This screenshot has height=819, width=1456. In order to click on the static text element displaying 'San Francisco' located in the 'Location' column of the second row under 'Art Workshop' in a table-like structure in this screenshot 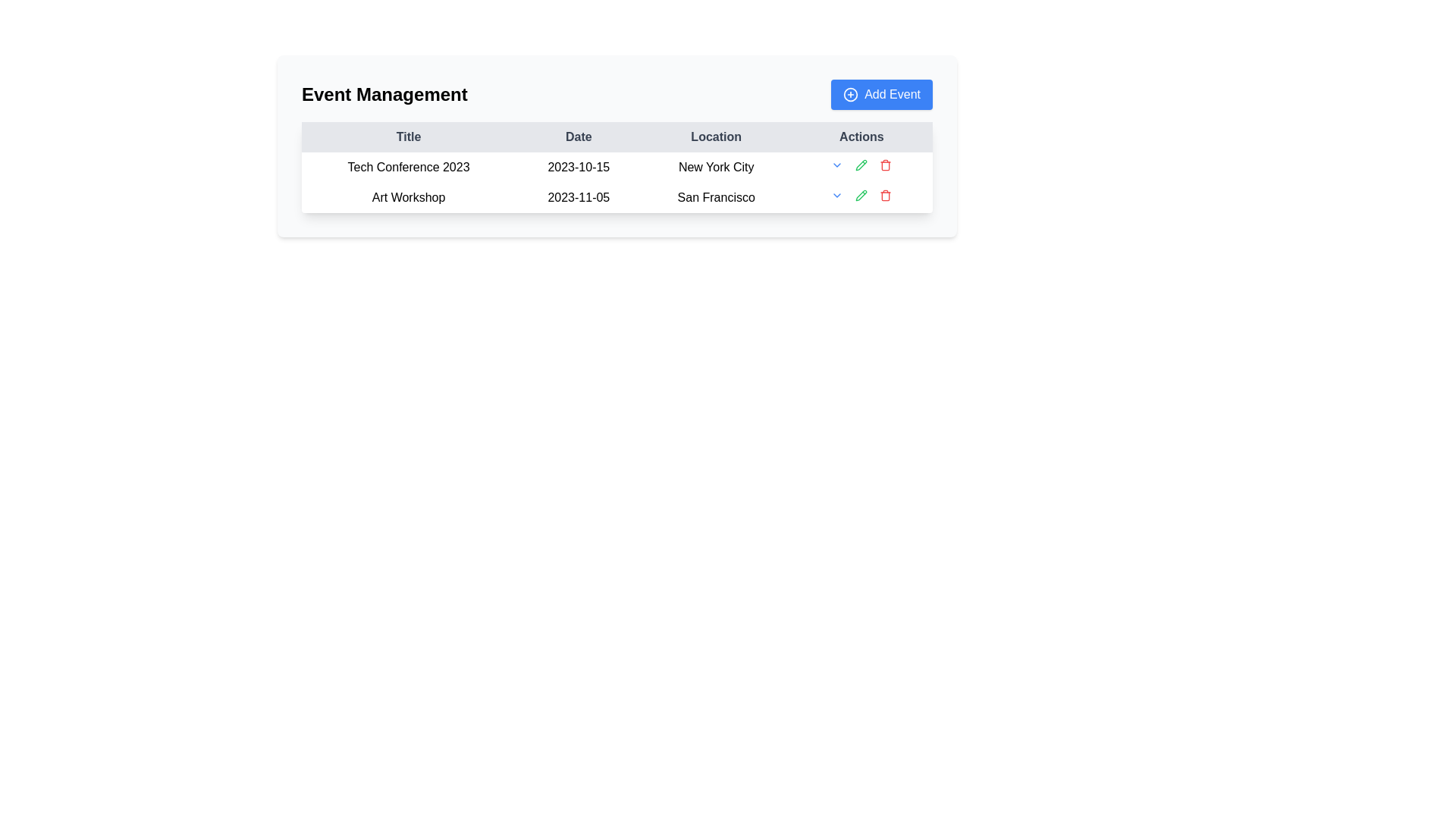, I will do `click(715, 197)`.